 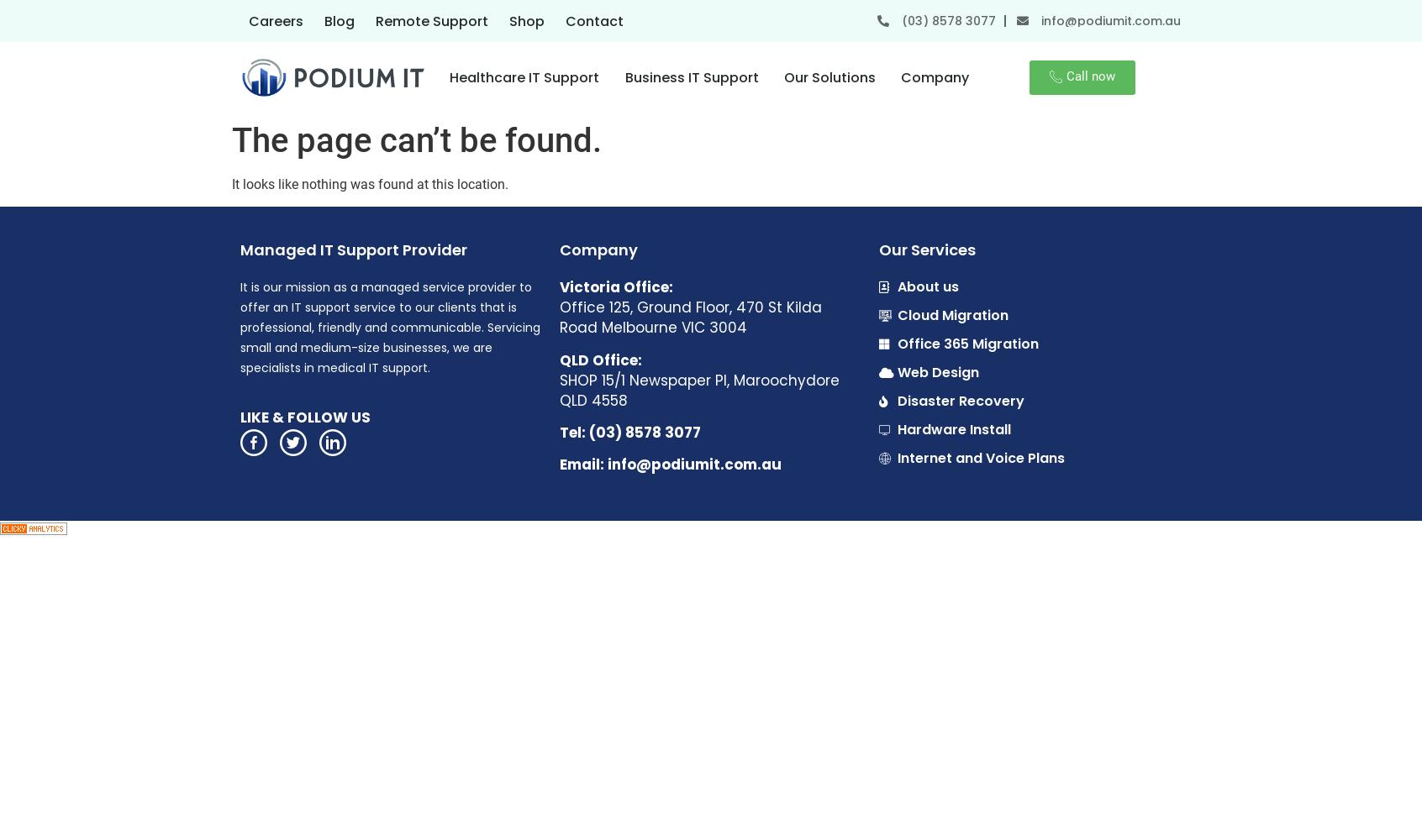 What do you see at coordinates (928, 286) in the screenshot?
I see `'About us'` at bounding box center [928, 286].